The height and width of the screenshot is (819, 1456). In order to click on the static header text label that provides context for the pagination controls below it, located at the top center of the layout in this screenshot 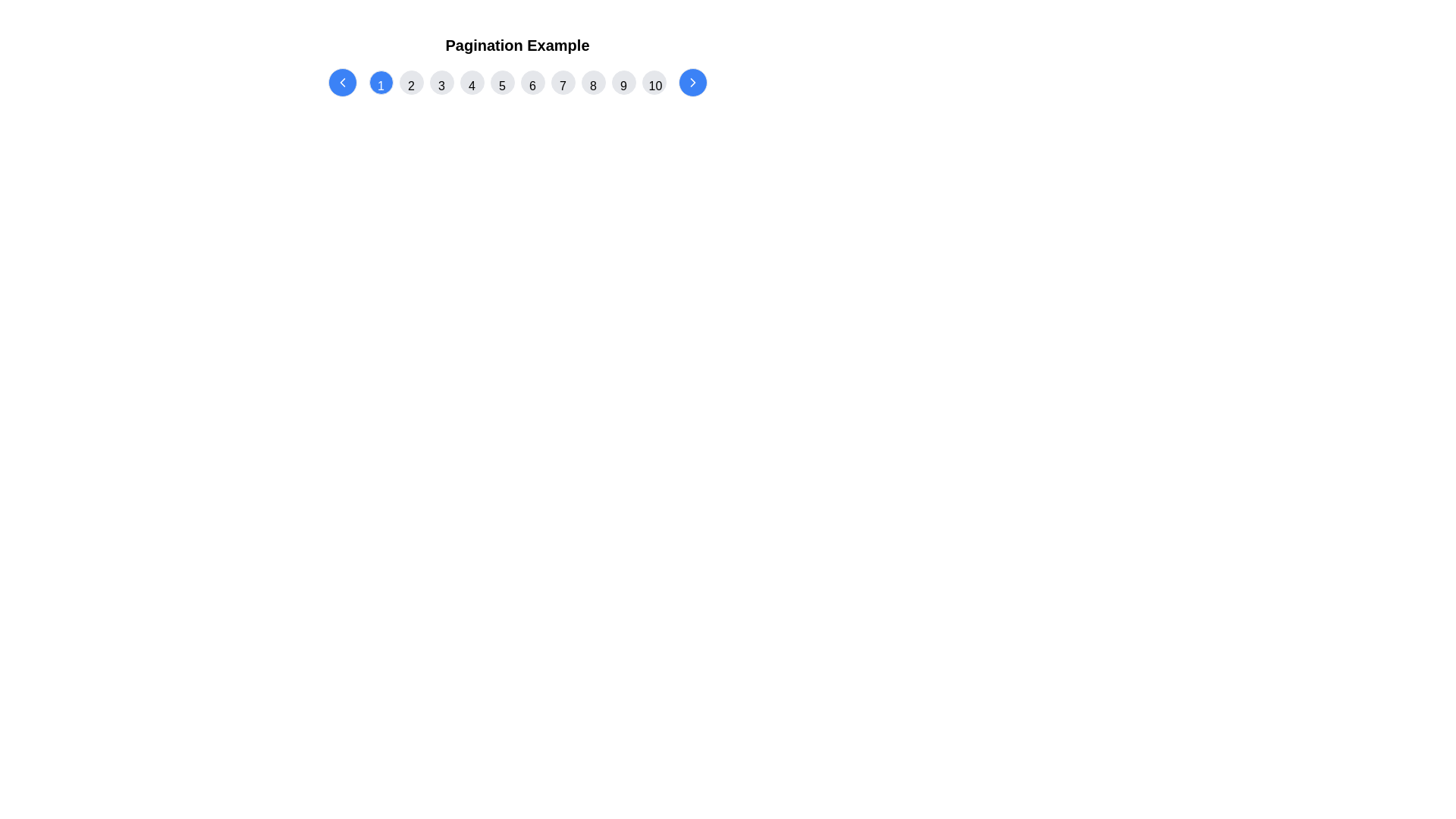, I will do `click(517, 45)`.